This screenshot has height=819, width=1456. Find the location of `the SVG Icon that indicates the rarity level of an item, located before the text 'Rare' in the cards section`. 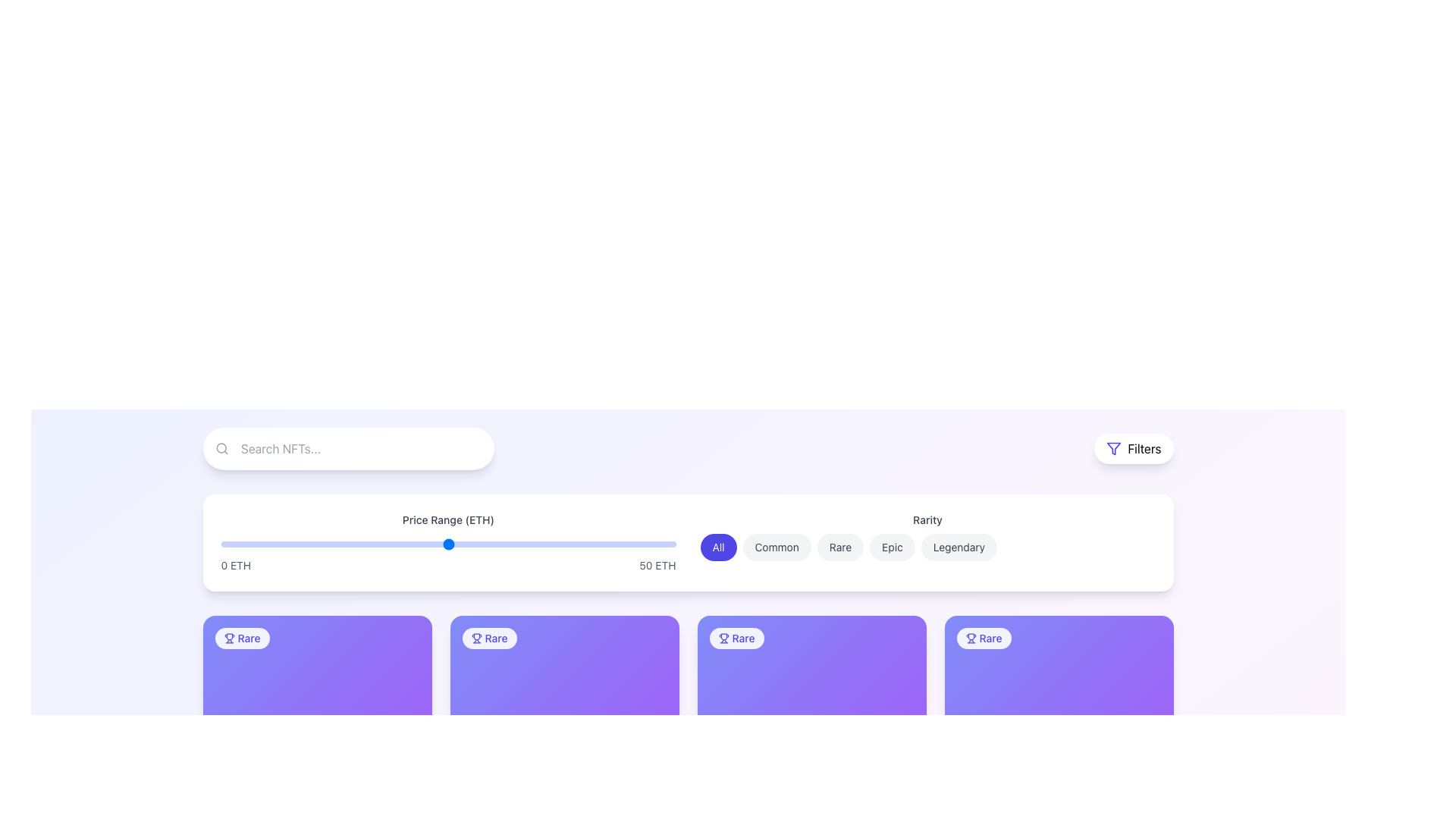

the SVG Icon that indicates the rarity level of an item, located before the text 'Rare' in the cards section is located at coordinates (723, 638).